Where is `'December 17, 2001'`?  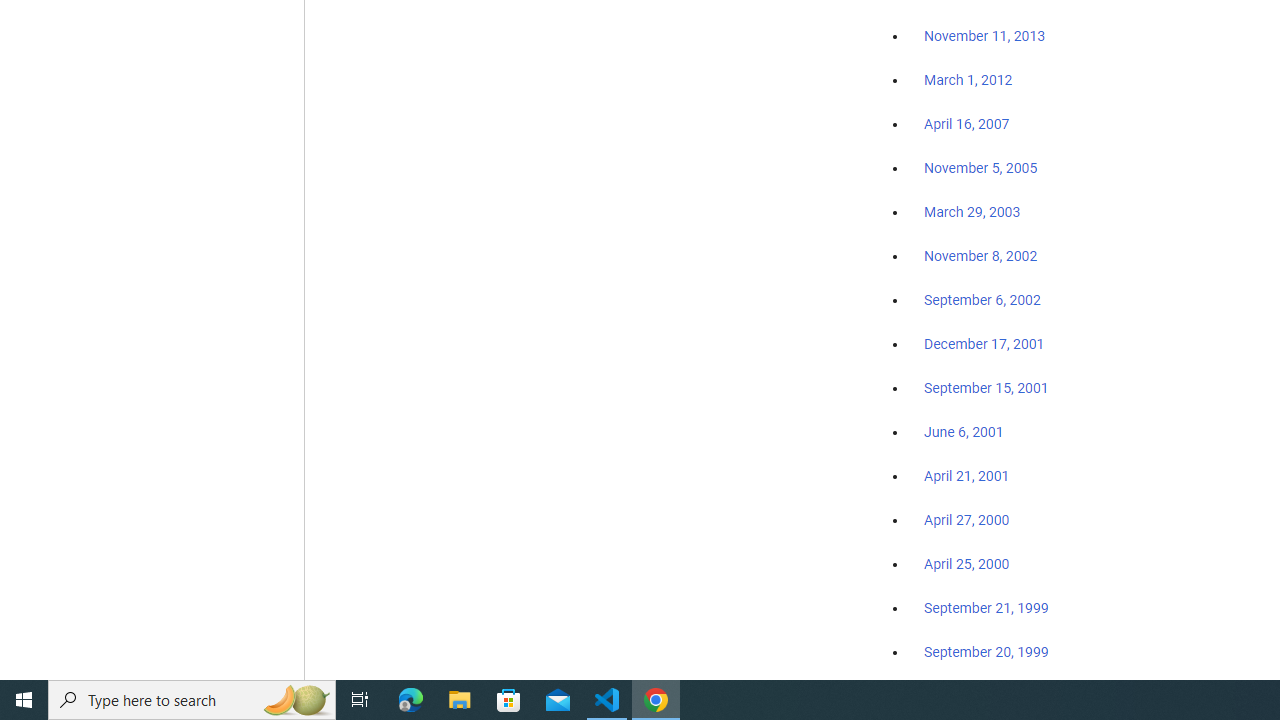 'December 17, 2001' is located at coordinates (984, 342).